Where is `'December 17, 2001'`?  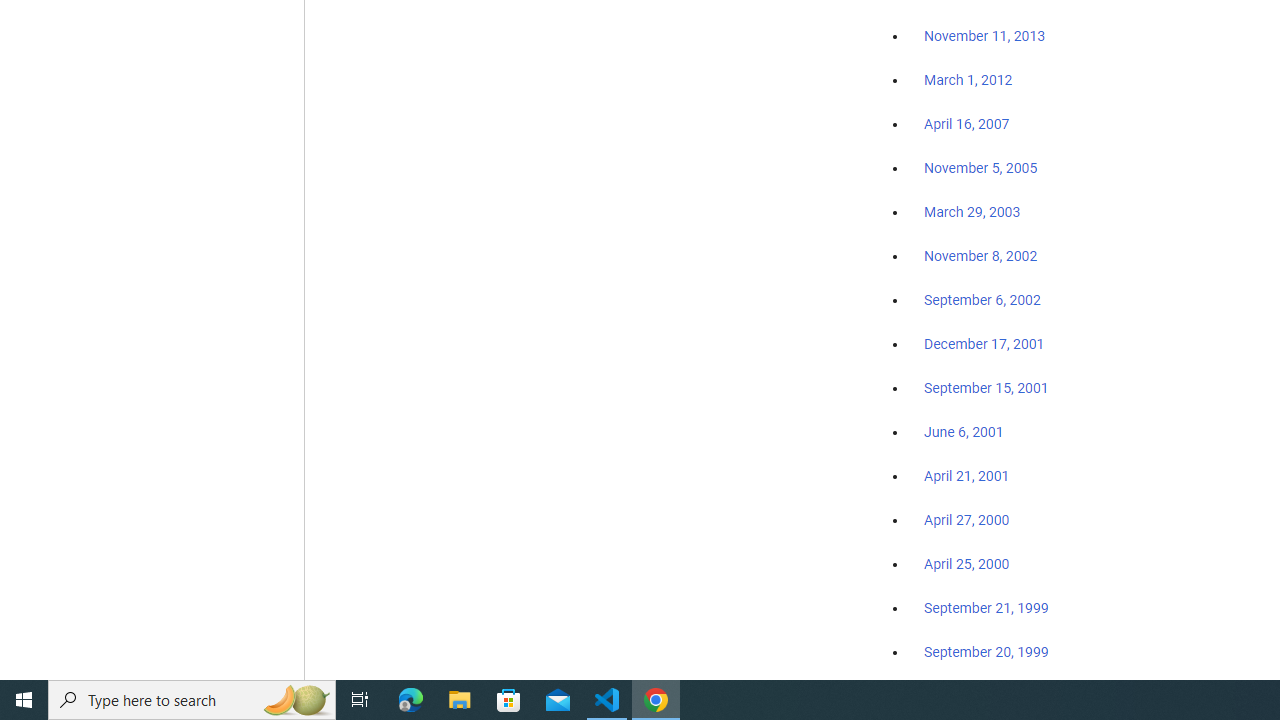 'December 17, 2001' is located at coordinates (984, 342).